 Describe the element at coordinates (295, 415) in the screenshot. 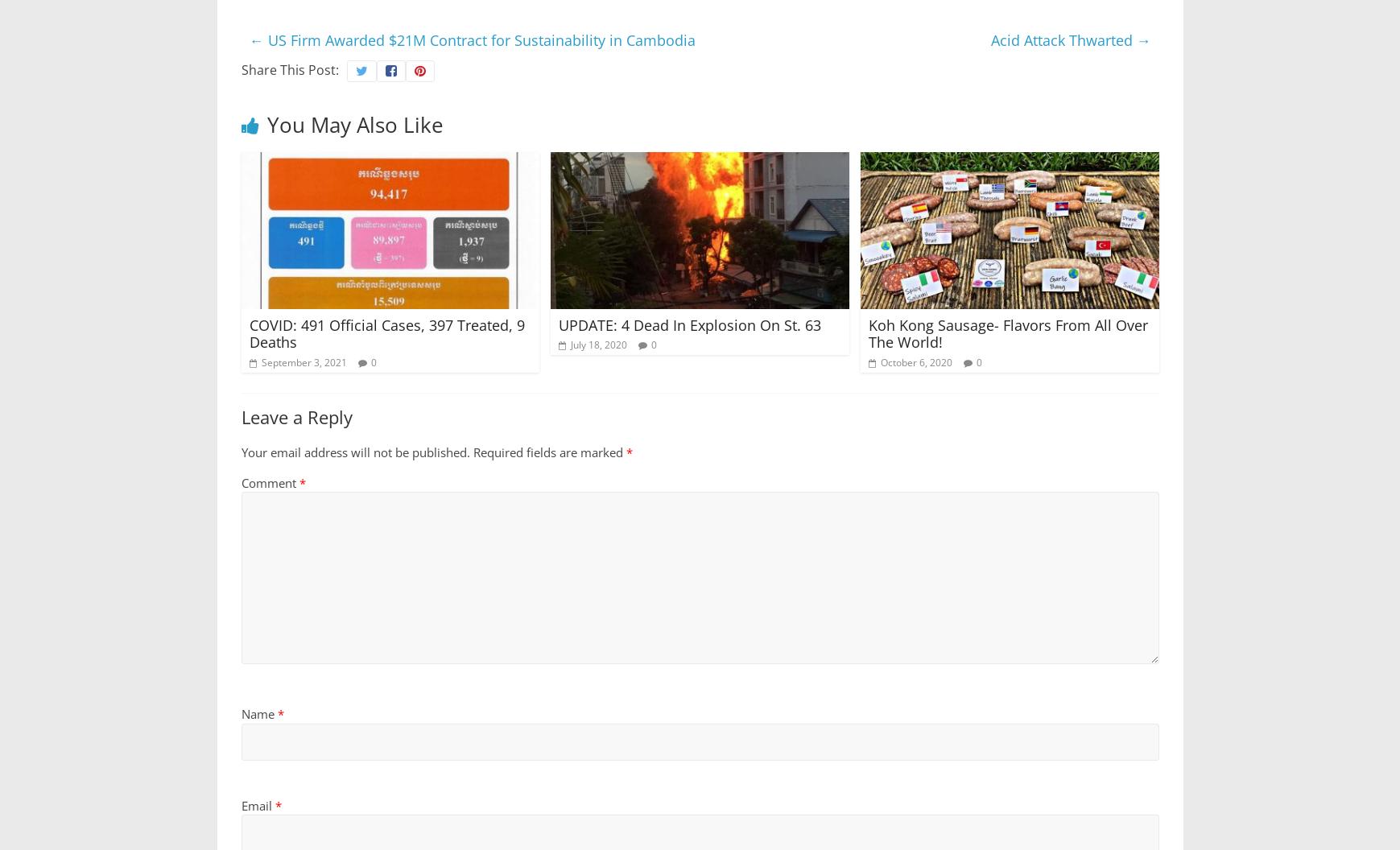

I see `'Leave a Reply'` at that location.